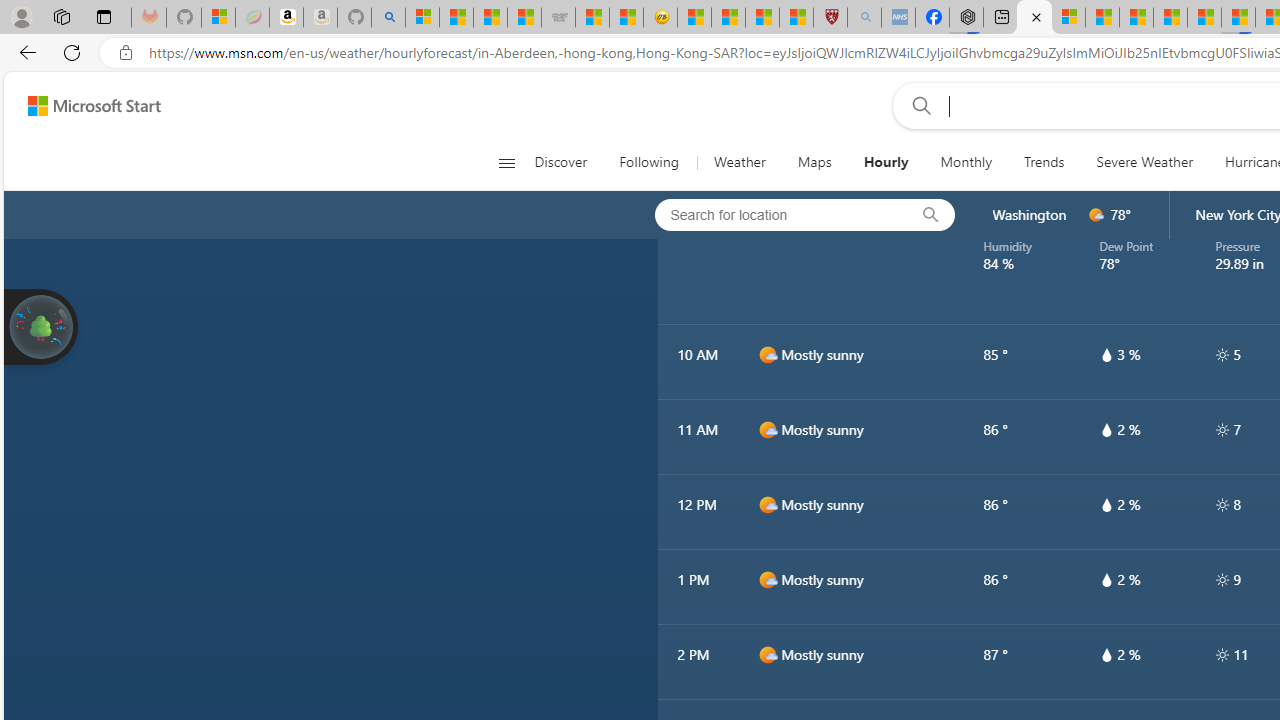 The image size is (1280, 720). Describe the element at coordinates (1144, 162) in the screenshot. I see `'Severe Weather'` at that location.